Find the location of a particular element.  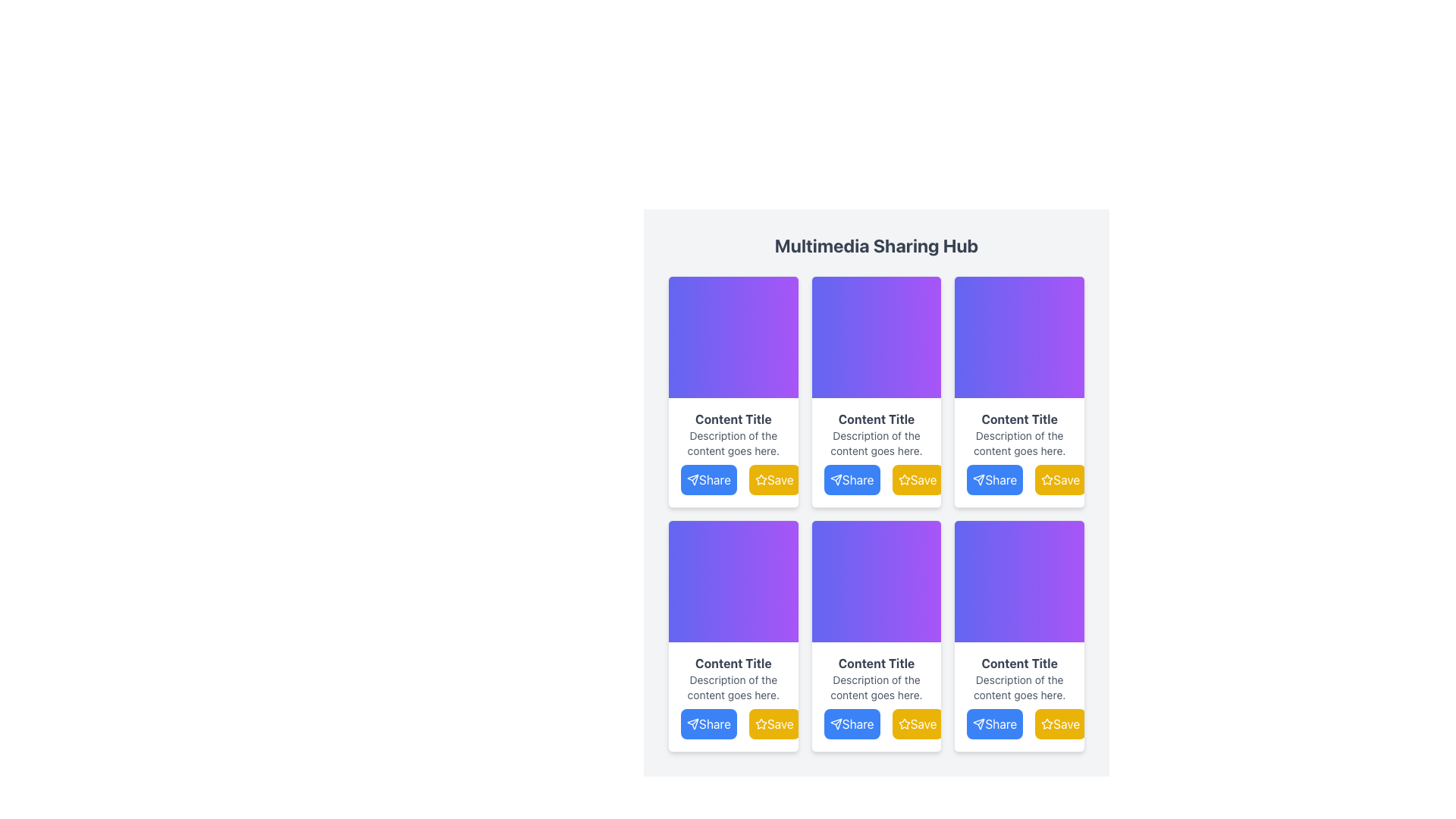

the yellow star-shaped icon associated with the 'Save' operation, located in the 'Save' button section below the second content card in the grid layout is located at coordinates (761, 723).